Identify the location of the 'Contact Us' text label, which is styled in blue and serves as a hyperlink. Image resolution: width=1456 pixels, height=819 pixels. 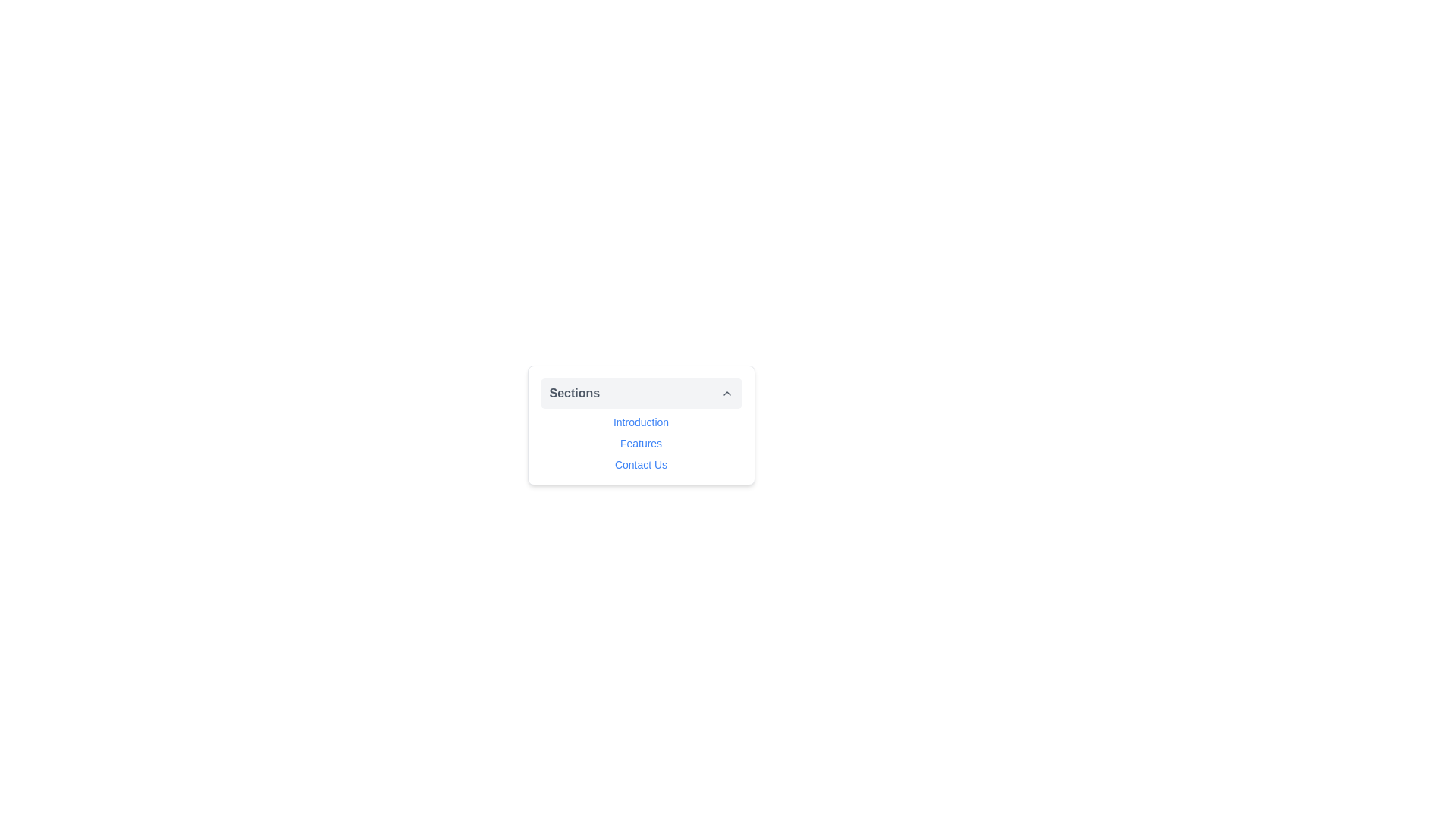
(641, 464).